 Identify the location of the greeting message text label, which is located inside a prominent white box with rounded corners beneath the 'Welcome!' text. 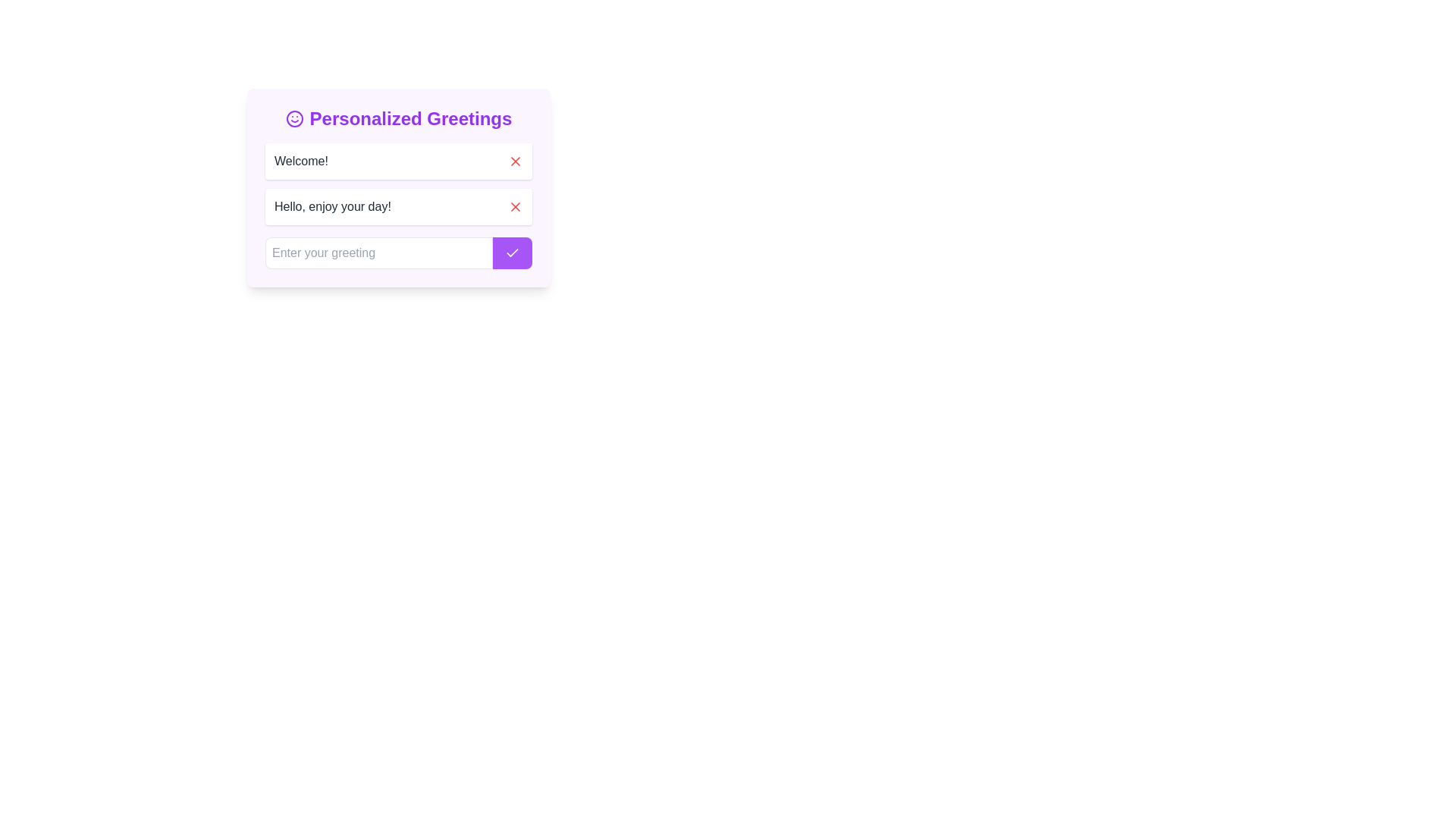
(331, 207).